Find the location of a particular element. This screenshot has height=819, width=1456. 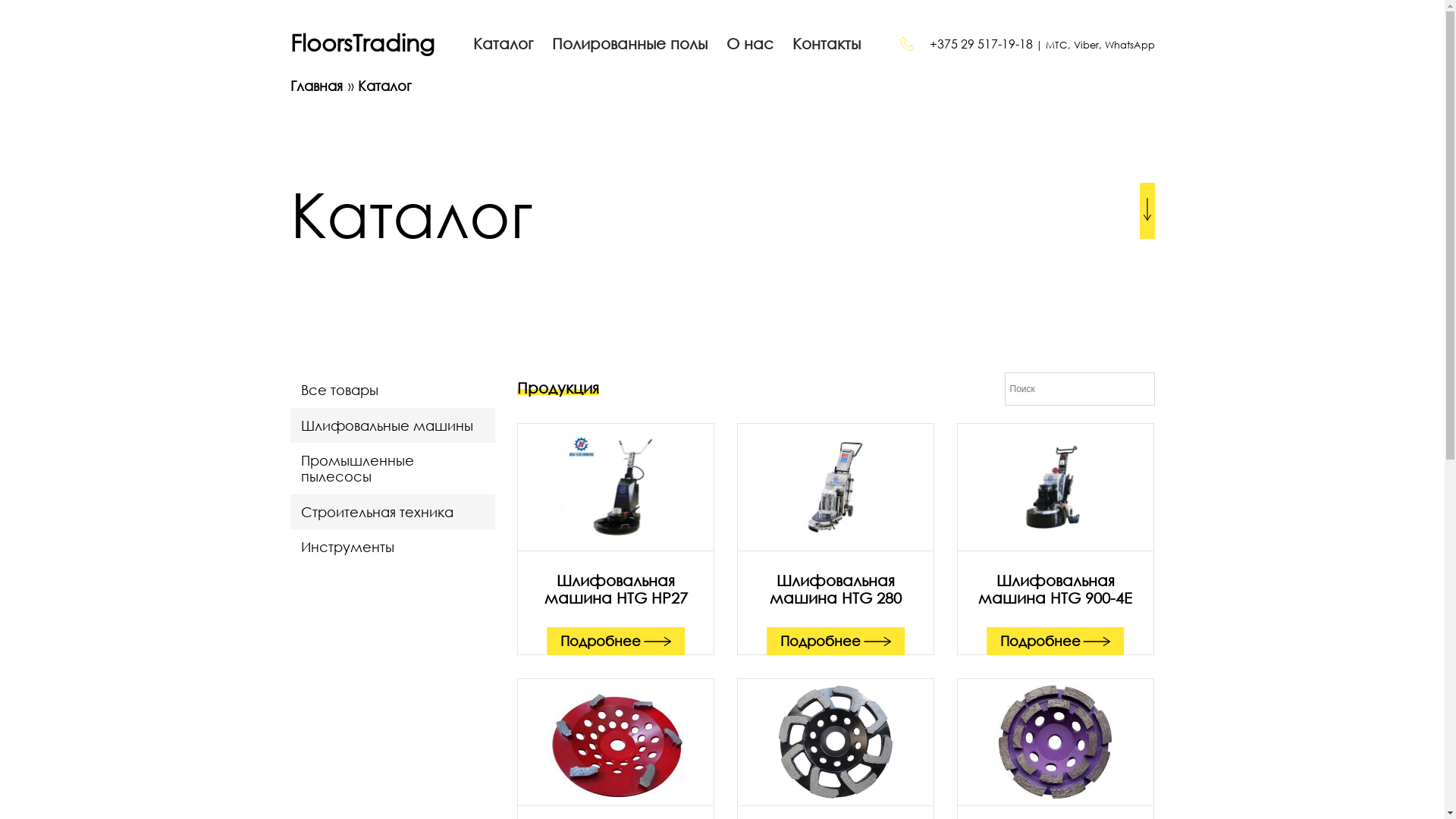

'FloorsTrading' is located at coordinates (360, 42).